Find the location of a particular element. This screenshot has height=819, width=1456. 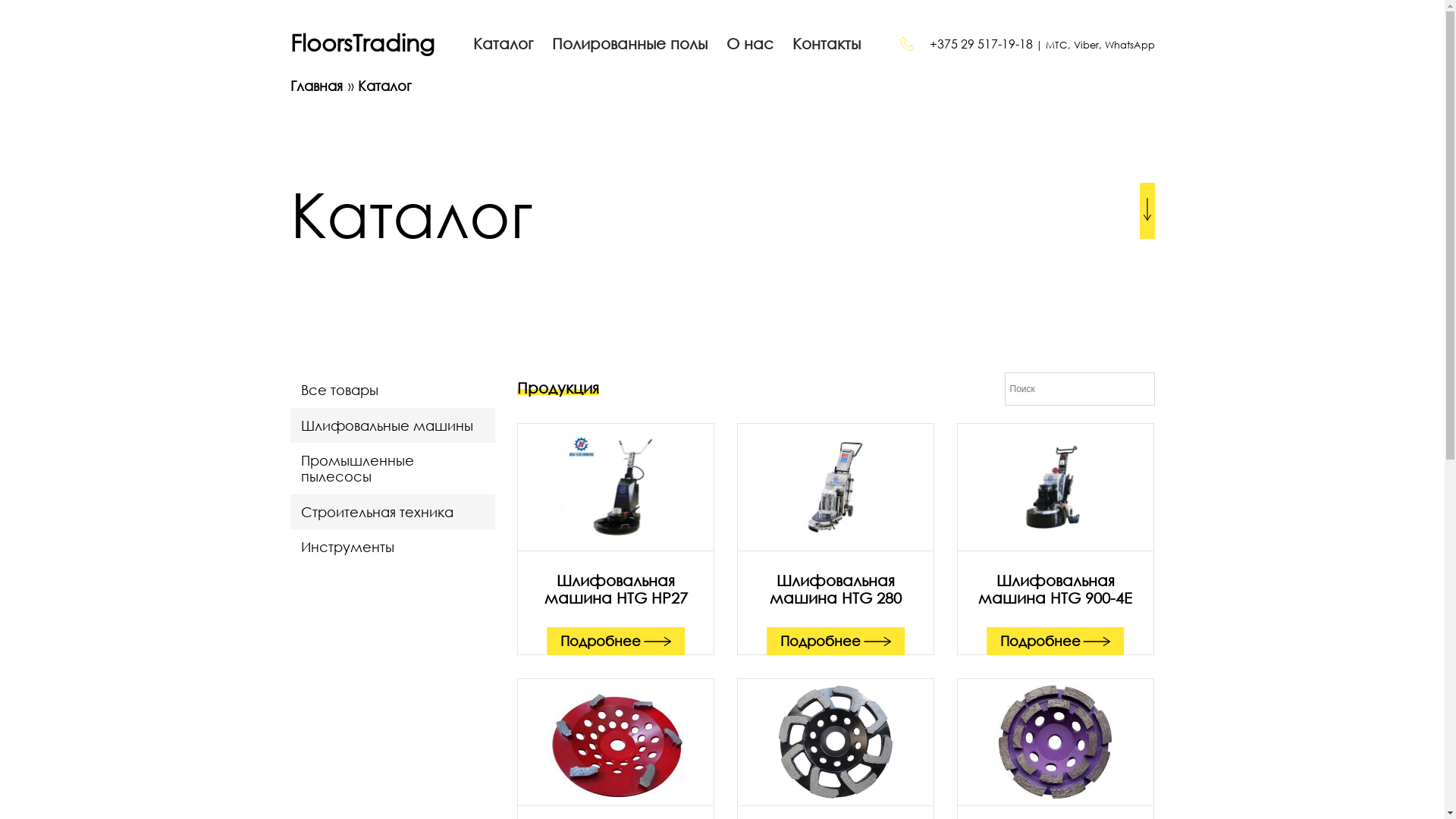

'FloorsTrading' is located at coordinates (360, 42).